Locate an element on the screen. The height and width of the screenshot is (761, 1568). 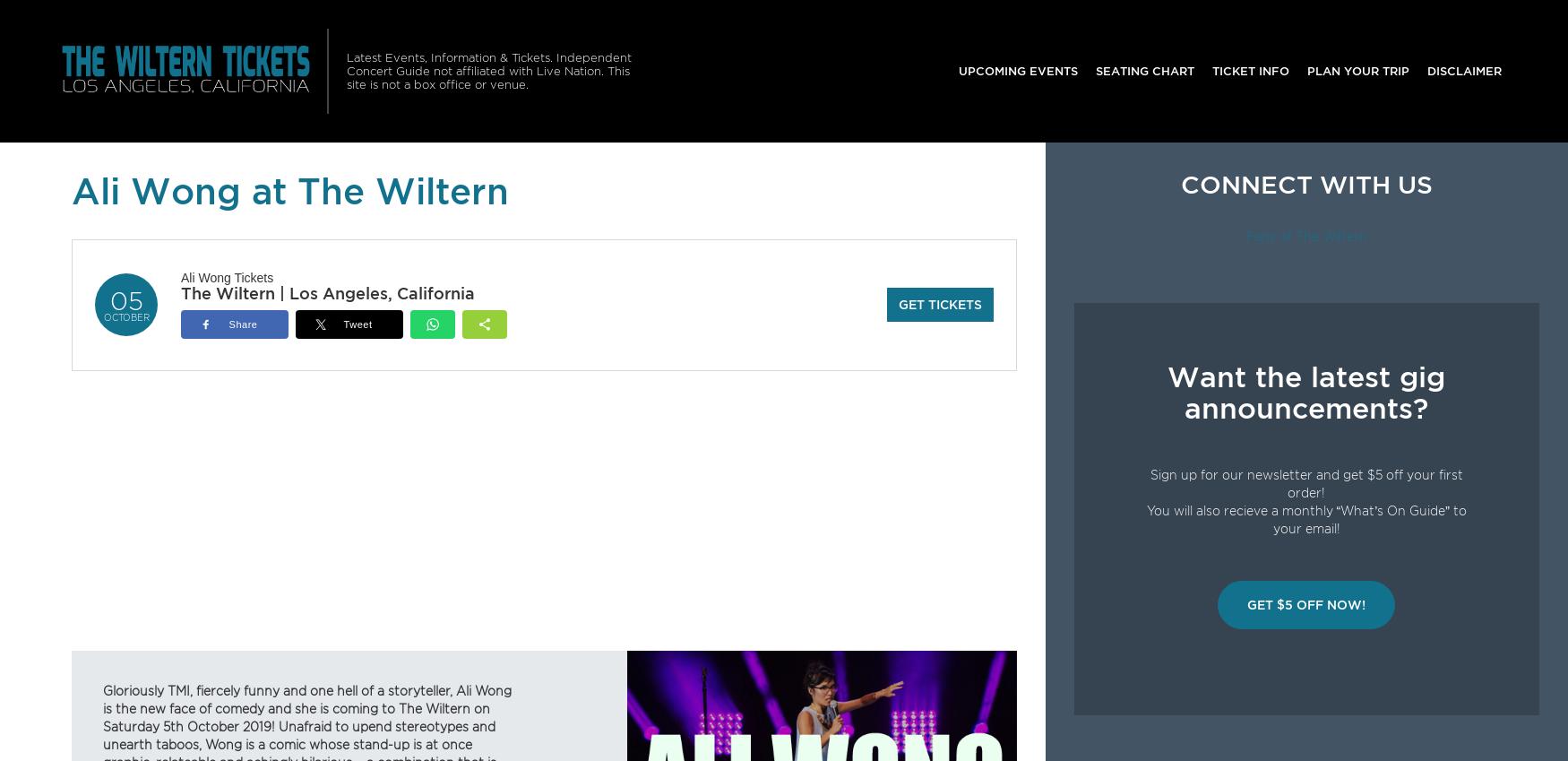
'Share' is located at coordinates (242, 324).